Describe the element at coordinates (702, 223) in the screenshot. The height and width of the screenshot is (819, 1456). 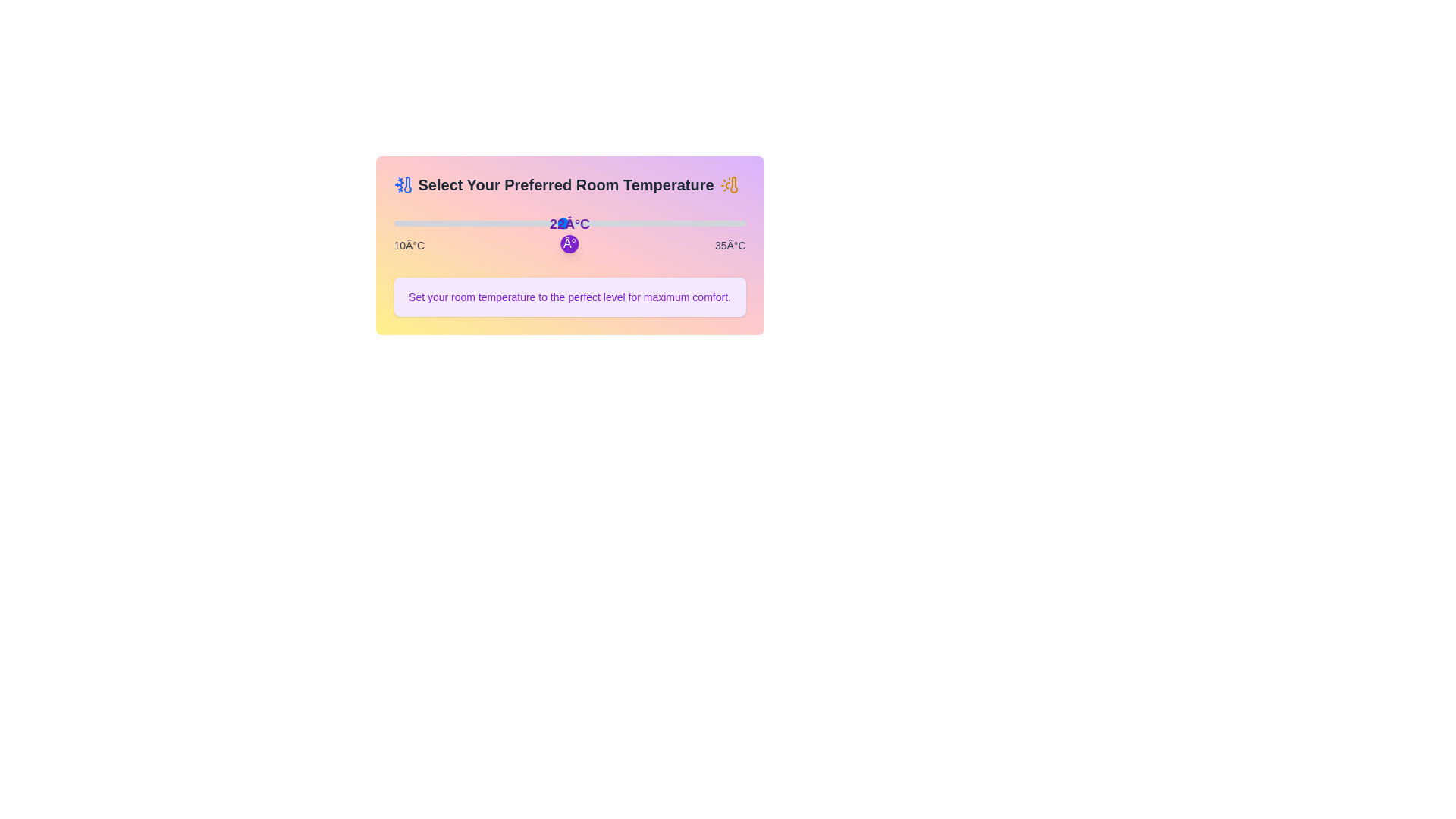
I see `the temperature to 32°C by dragging the slider` at that location.